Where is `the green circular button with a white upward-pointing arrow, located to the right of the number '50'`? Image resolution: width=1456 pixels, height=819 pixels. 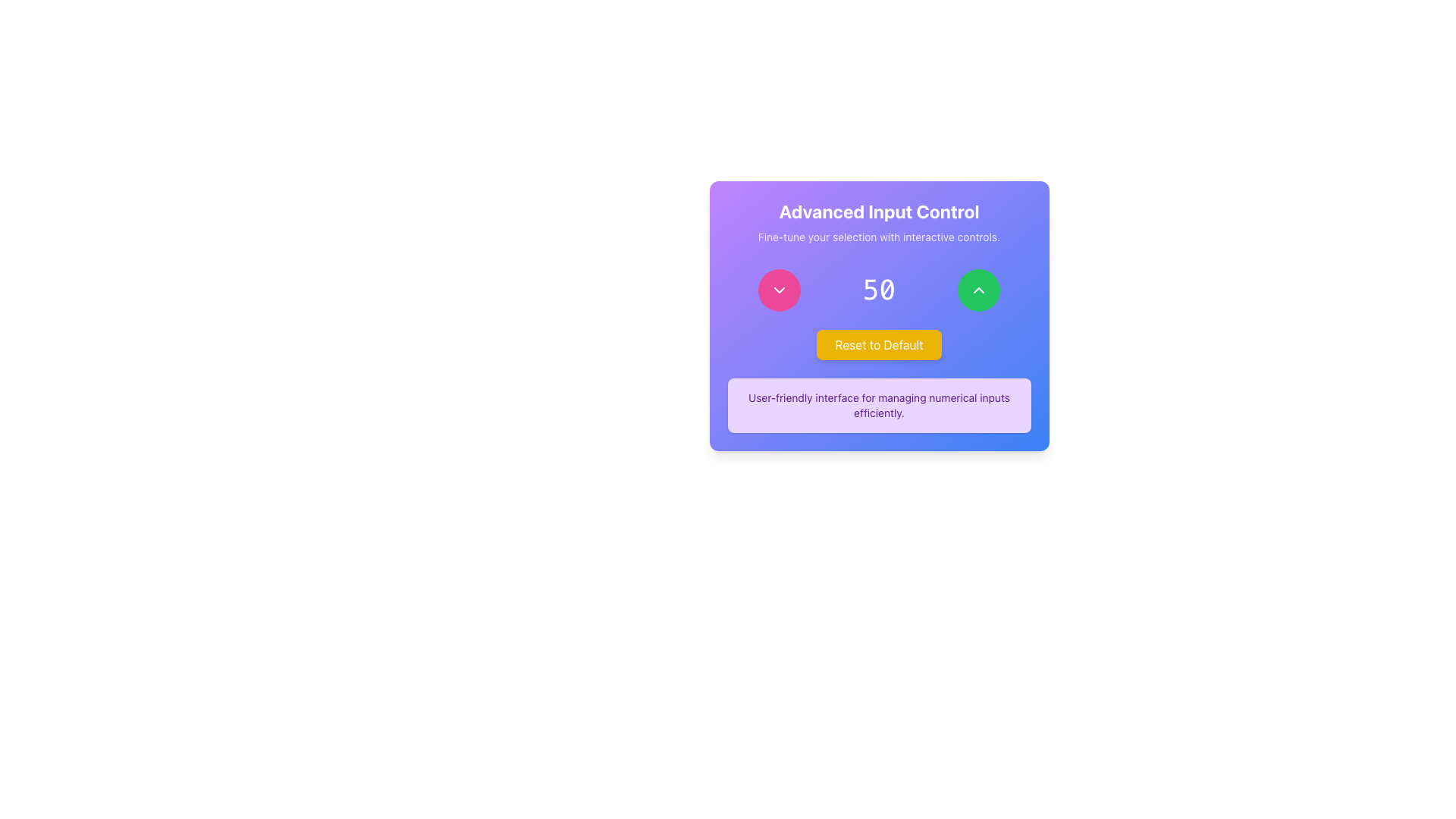
the green circular button with a white upward-pointing arrow, located to the right of the number '50' is located at coordinates (978, 290).